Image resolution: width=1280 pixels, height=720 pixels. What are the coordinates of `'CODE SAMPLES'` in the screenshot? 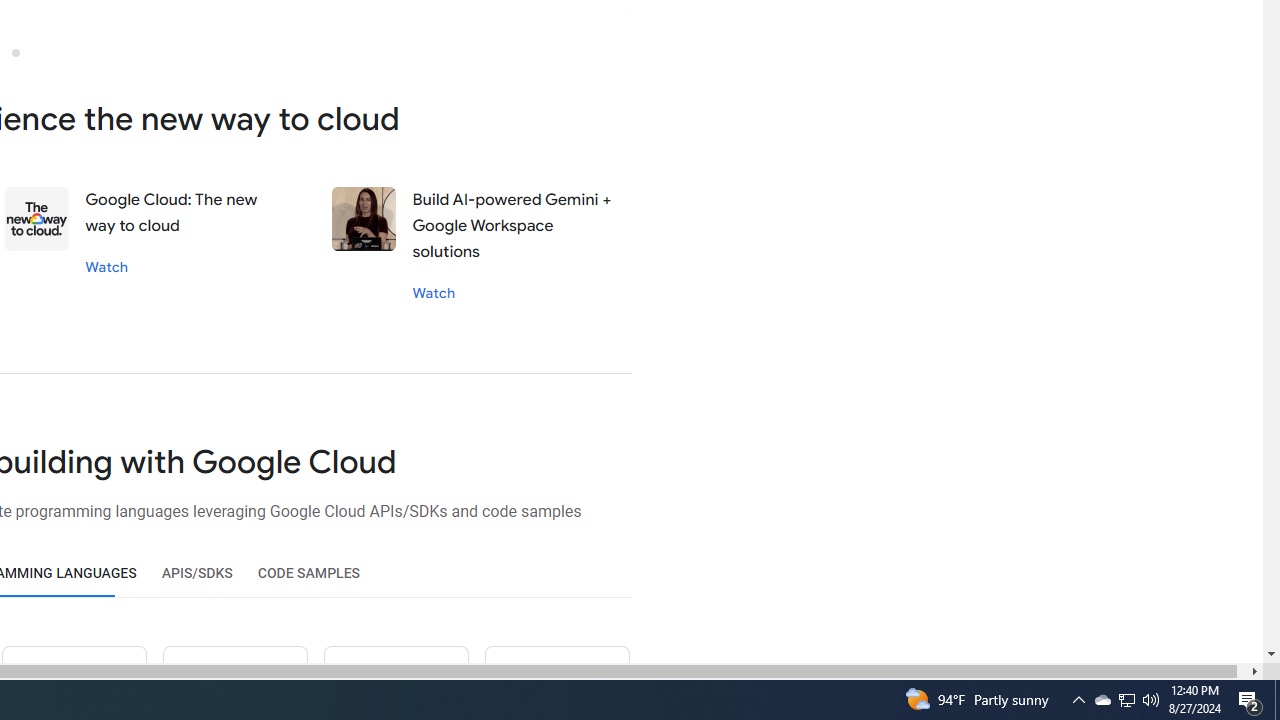 It's located at (308, 573).